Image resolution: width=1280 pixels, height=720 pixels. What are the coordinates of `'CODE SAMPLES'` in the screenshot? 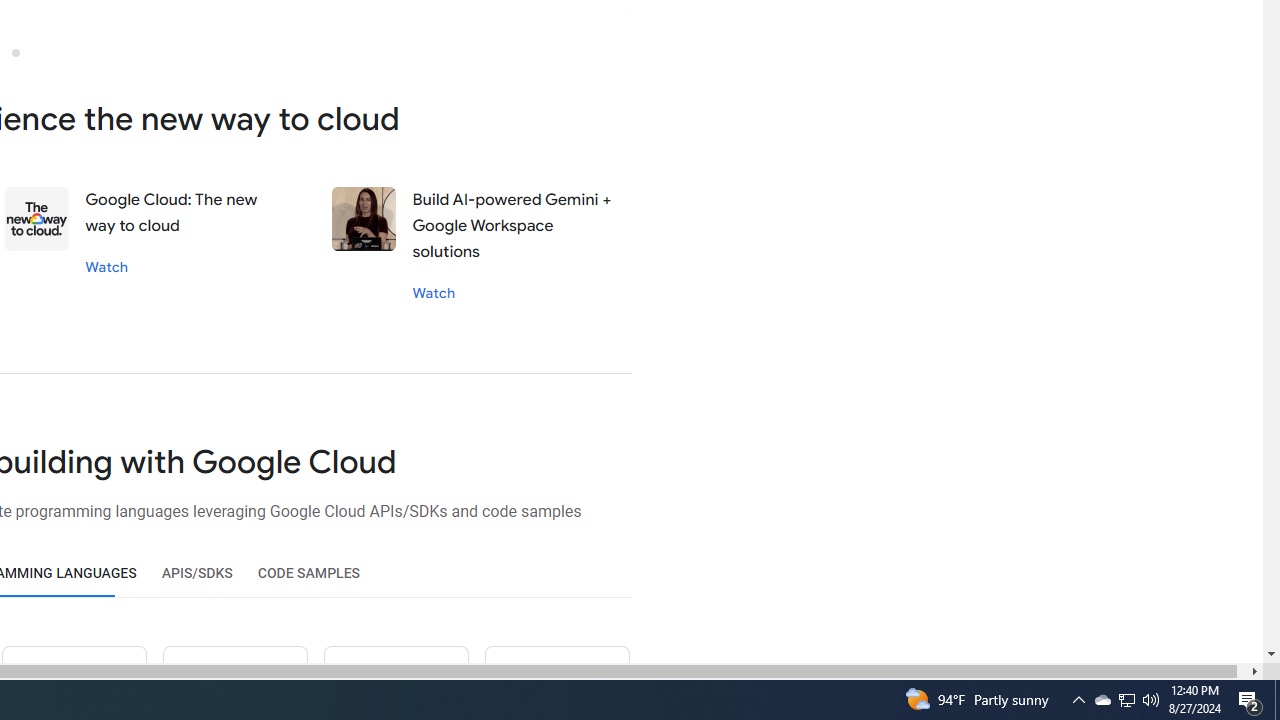 It's located at (308, 573).